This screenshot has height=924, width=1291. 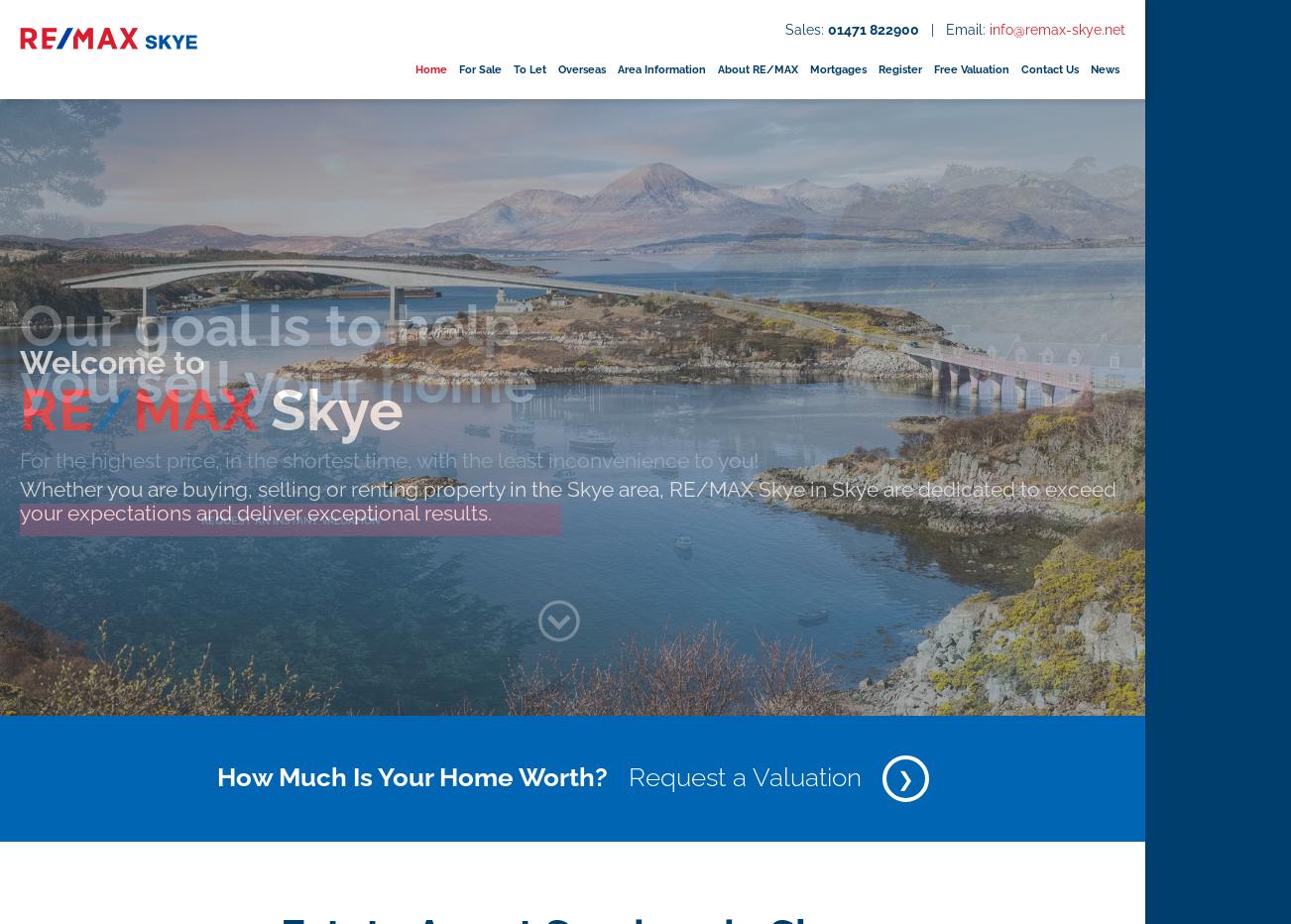 I want to click on 'For the highest price, in the shortest time, with the least inconvenience to you!', so click(x=388, y=460).